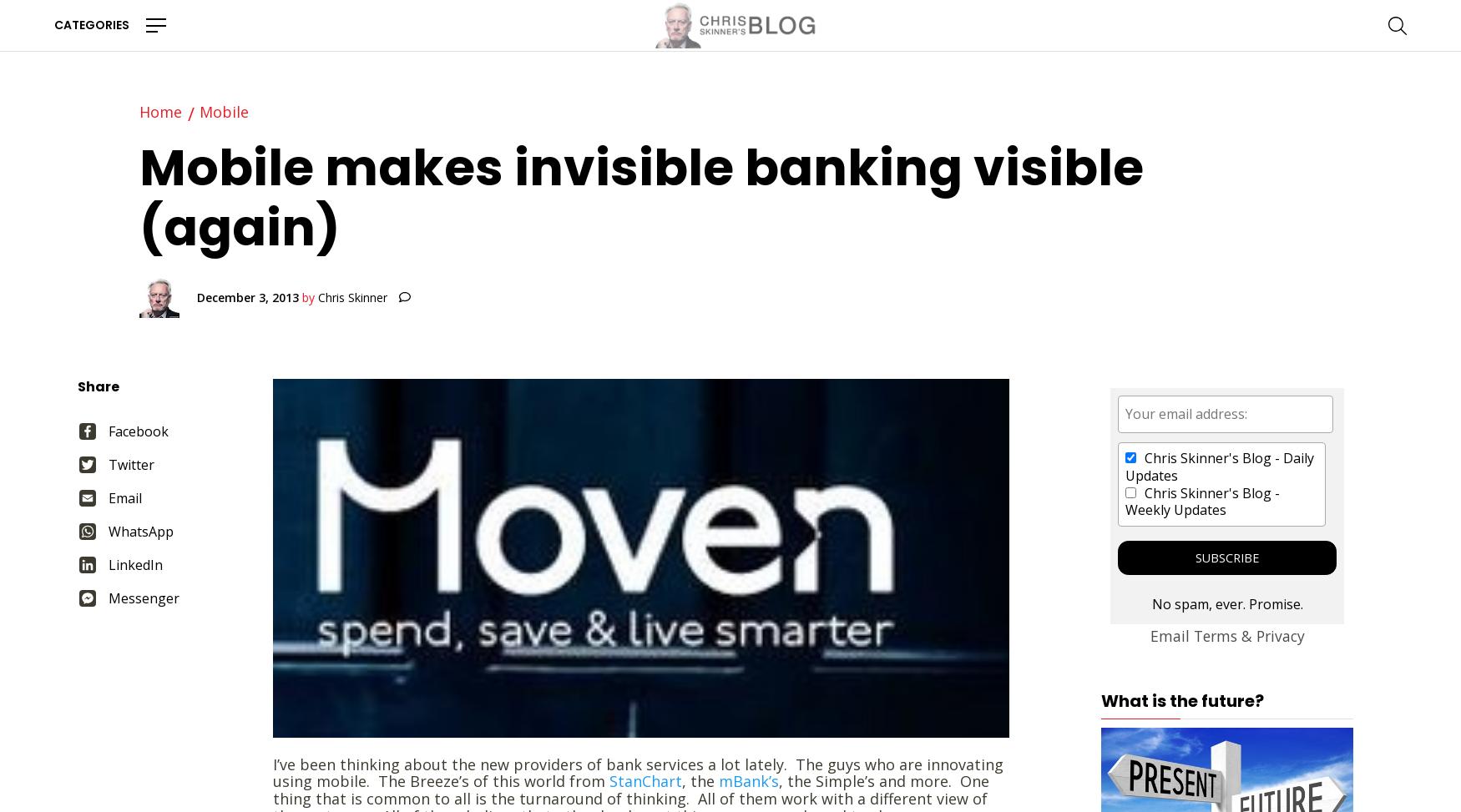  I want to click on 'History', so click(83, 212).